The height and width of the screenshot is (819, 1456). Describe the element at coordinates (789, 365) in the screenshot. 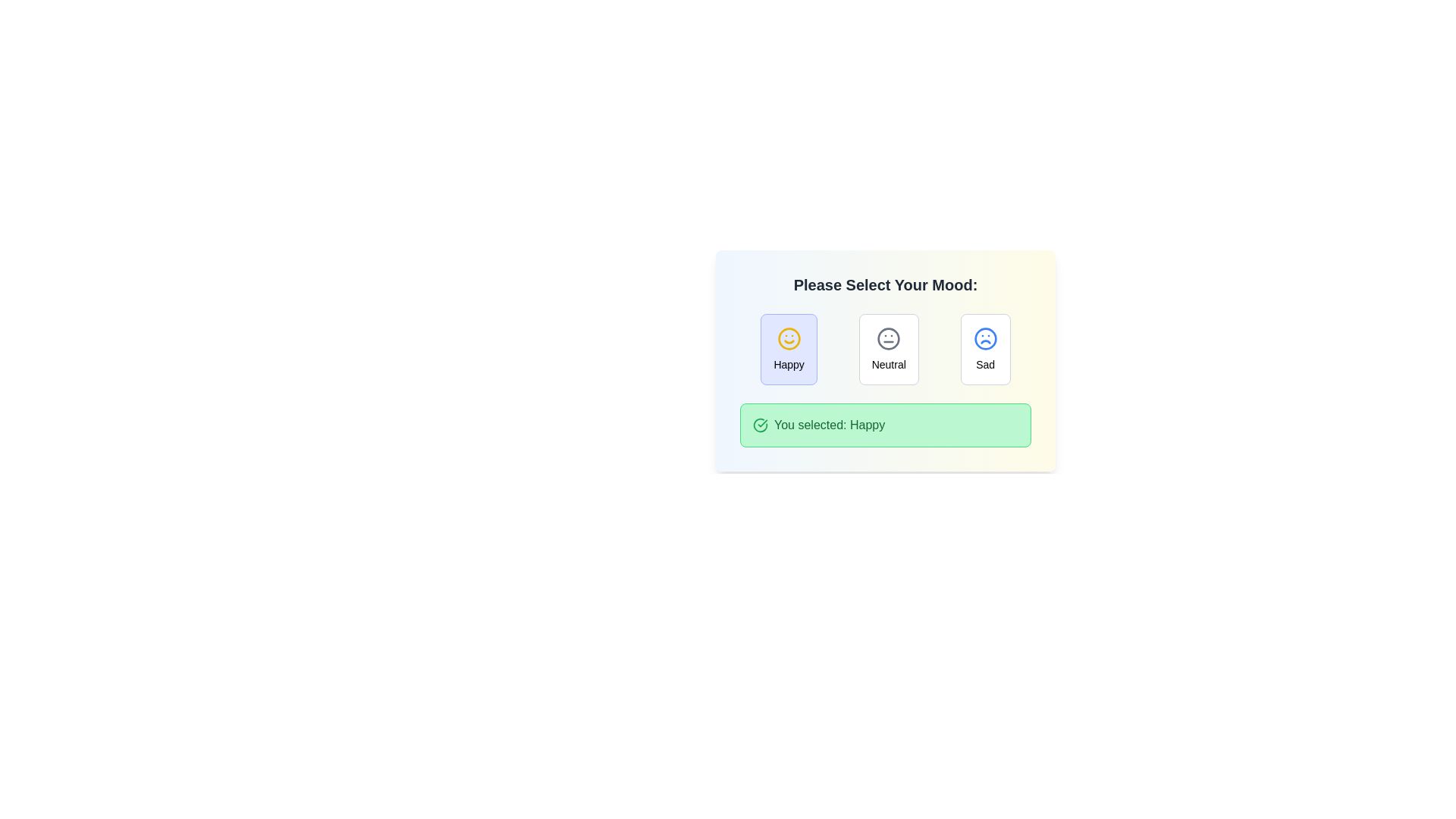

I see `the 'Happy' text label located directly below the yellow smiley icon in the mood selection interface` at that location.